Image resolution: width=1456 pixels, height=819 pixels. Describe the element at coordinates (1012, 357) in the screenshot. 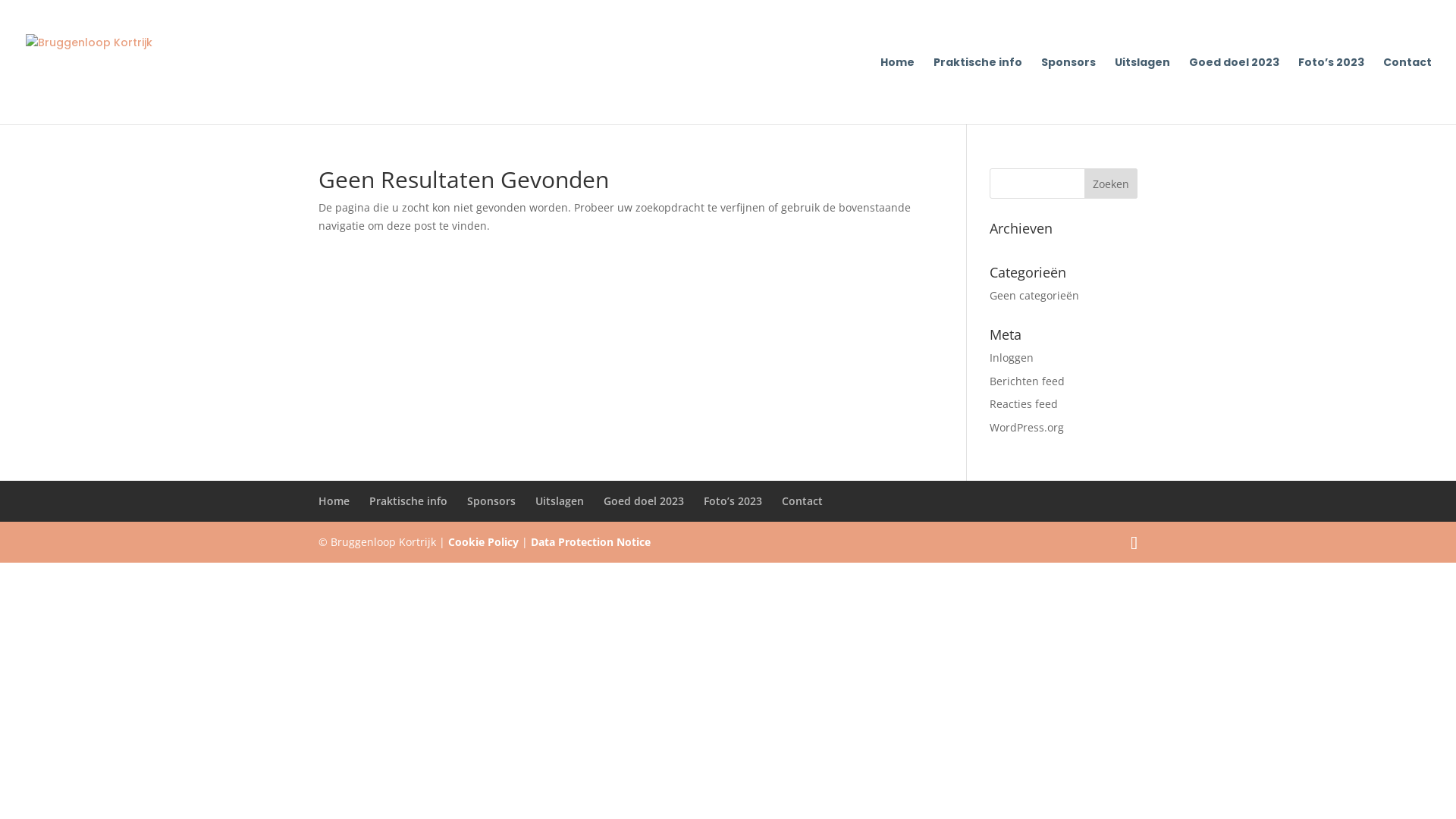

I see `'Inloggen'` at that location.